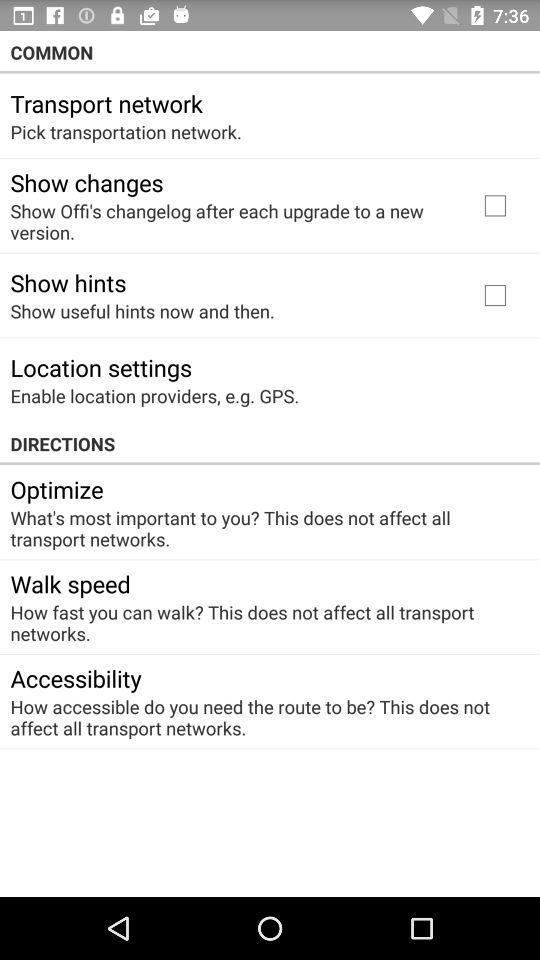  I want to click on pick transportation network. icon, so click(126, 131).